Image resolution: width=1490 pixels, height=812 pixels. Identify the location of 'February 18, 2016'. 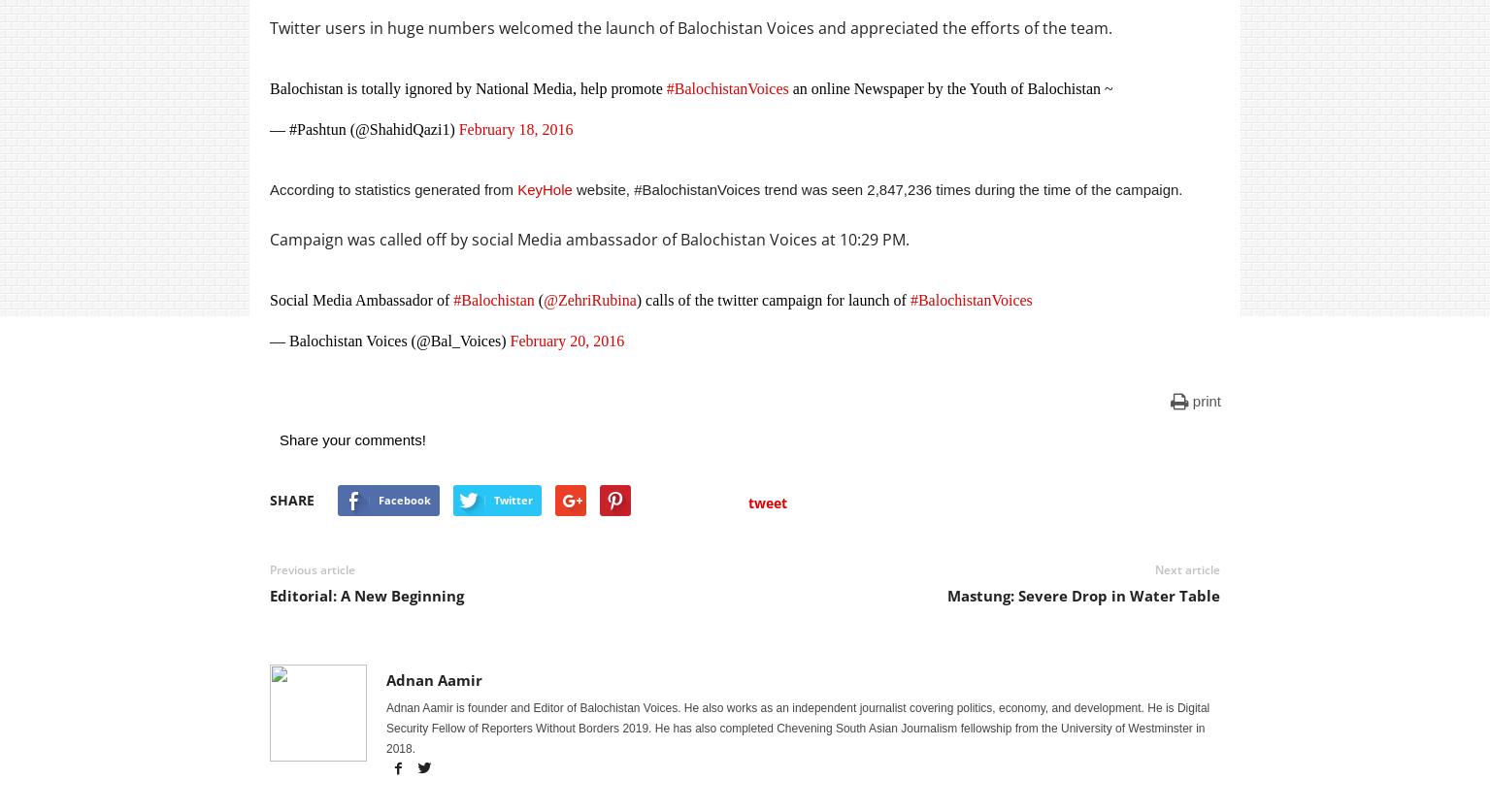
(513, 129).